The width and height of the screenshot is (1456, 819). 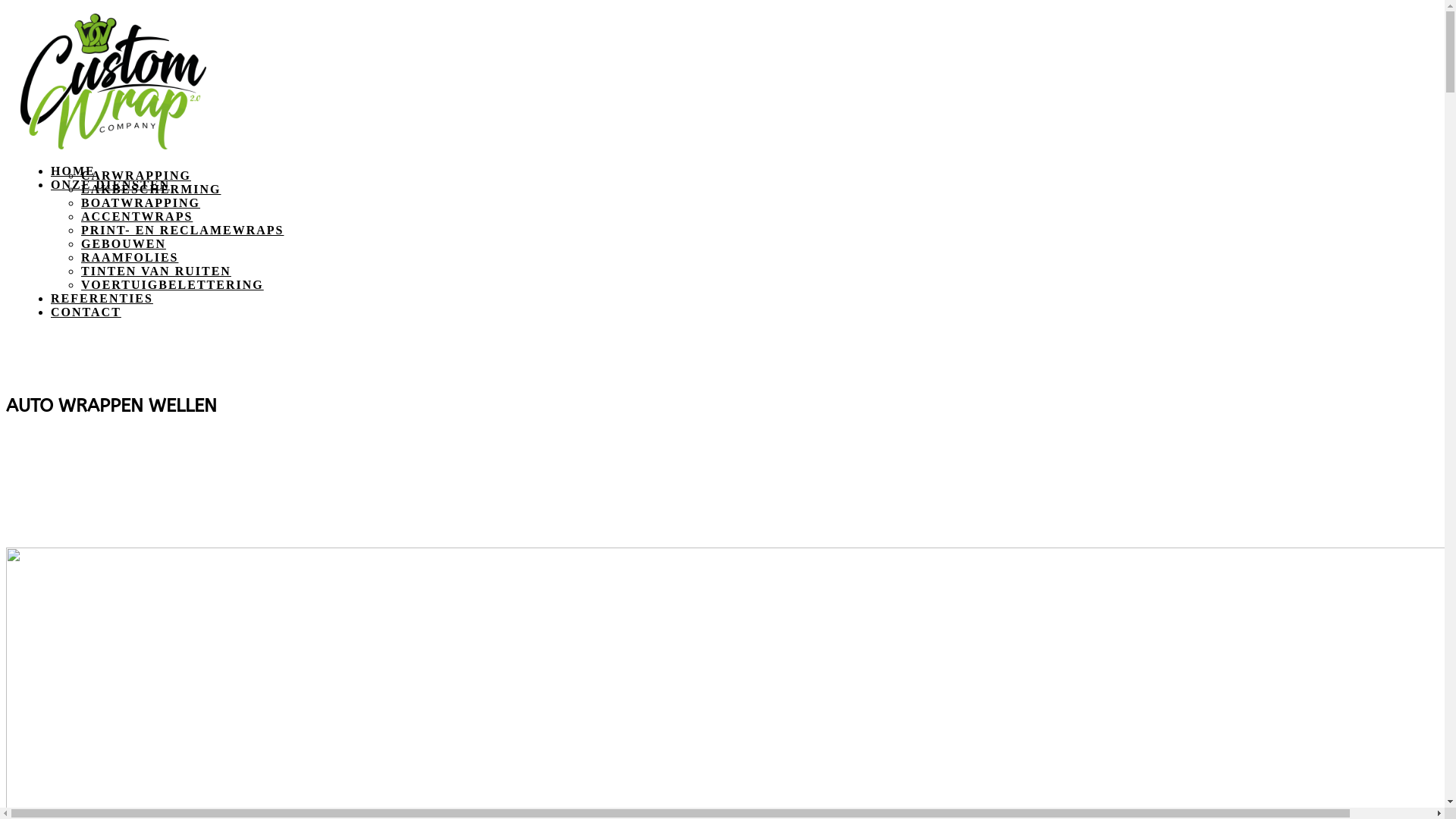 I want to click on 'ACCENTWRAPS', so click(x=136, y=216).